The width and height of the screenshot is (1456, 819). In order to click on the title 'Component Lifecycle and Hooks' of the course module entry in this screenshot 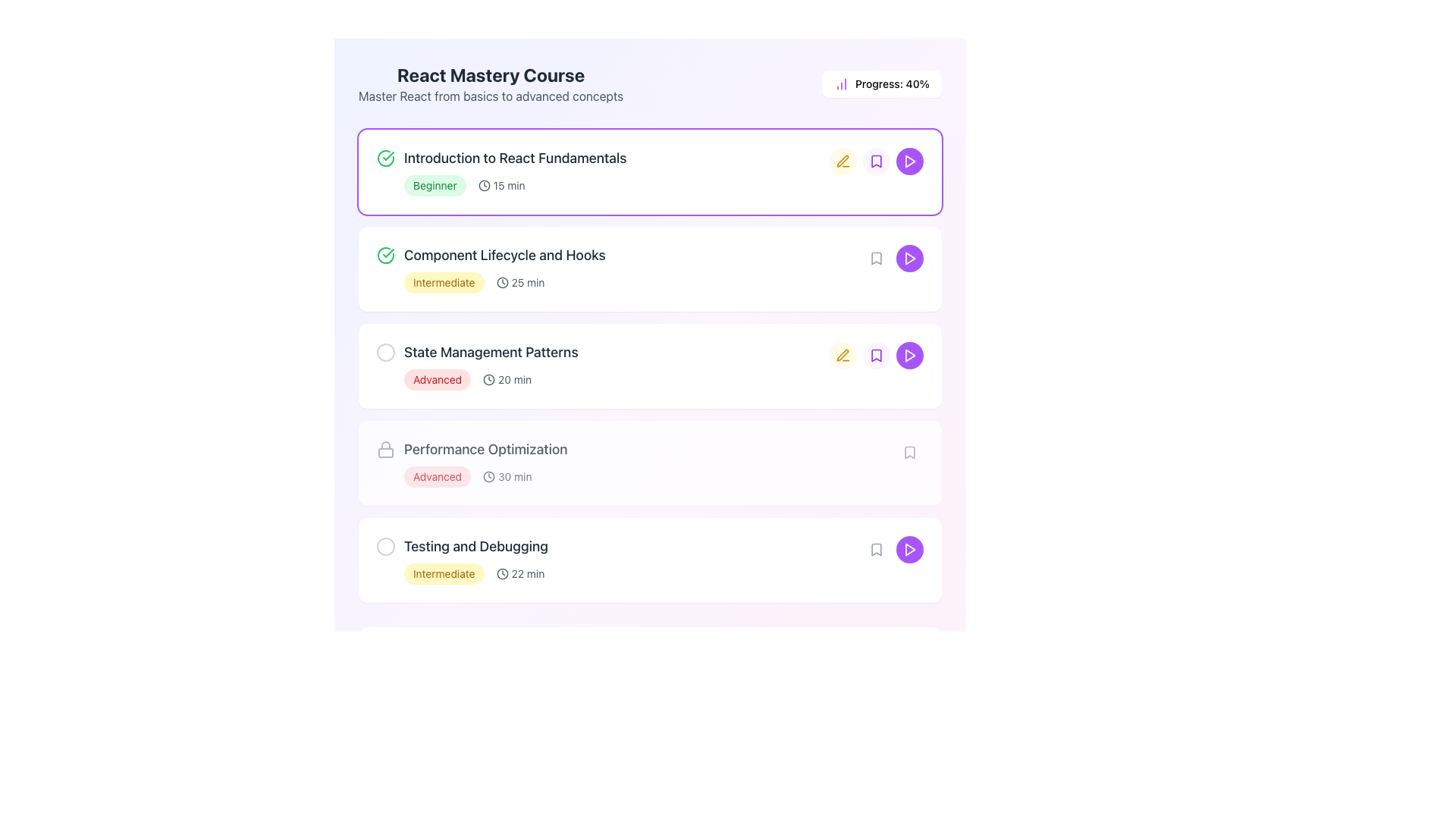, I will do `click(620, 268)`.